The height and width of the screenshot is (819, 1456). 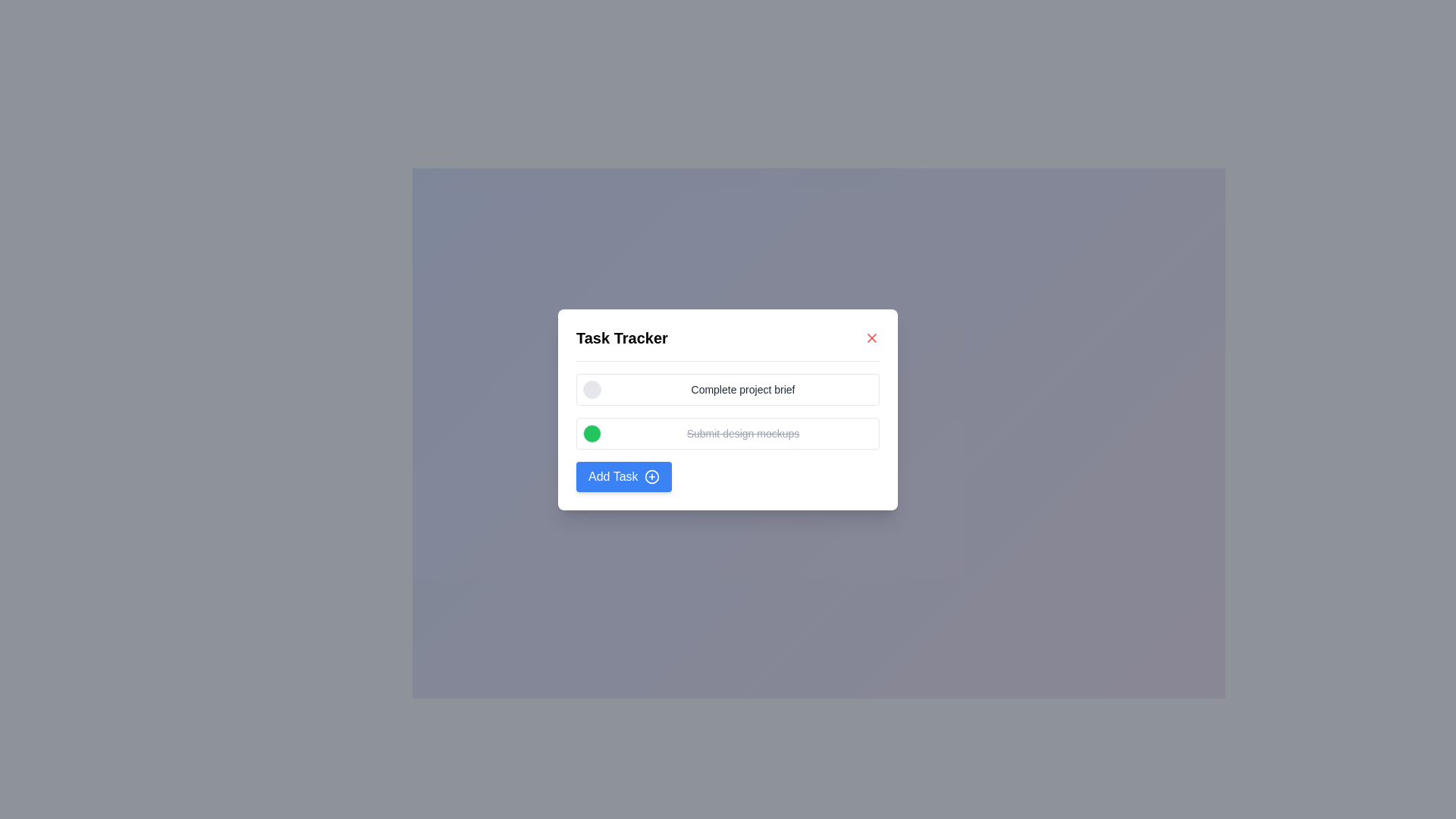 What do you see at coordinates (872, 336) in the screenshot?
I see `the Close icon represented by a diagonal cross in the top-right corner of the 'Task Tracker' modal` at bounding box center [872, 336].